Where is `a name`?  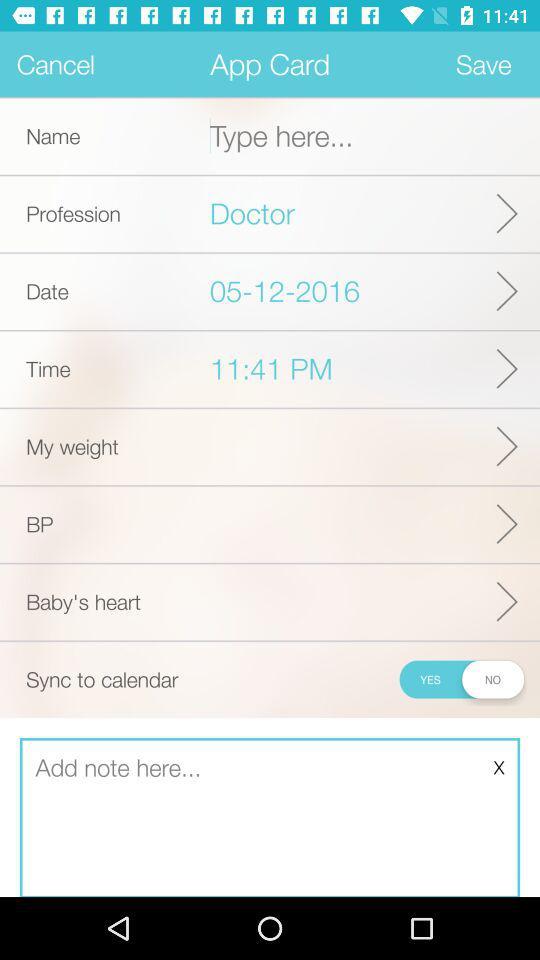
a name is located at coordinates (374, 134).